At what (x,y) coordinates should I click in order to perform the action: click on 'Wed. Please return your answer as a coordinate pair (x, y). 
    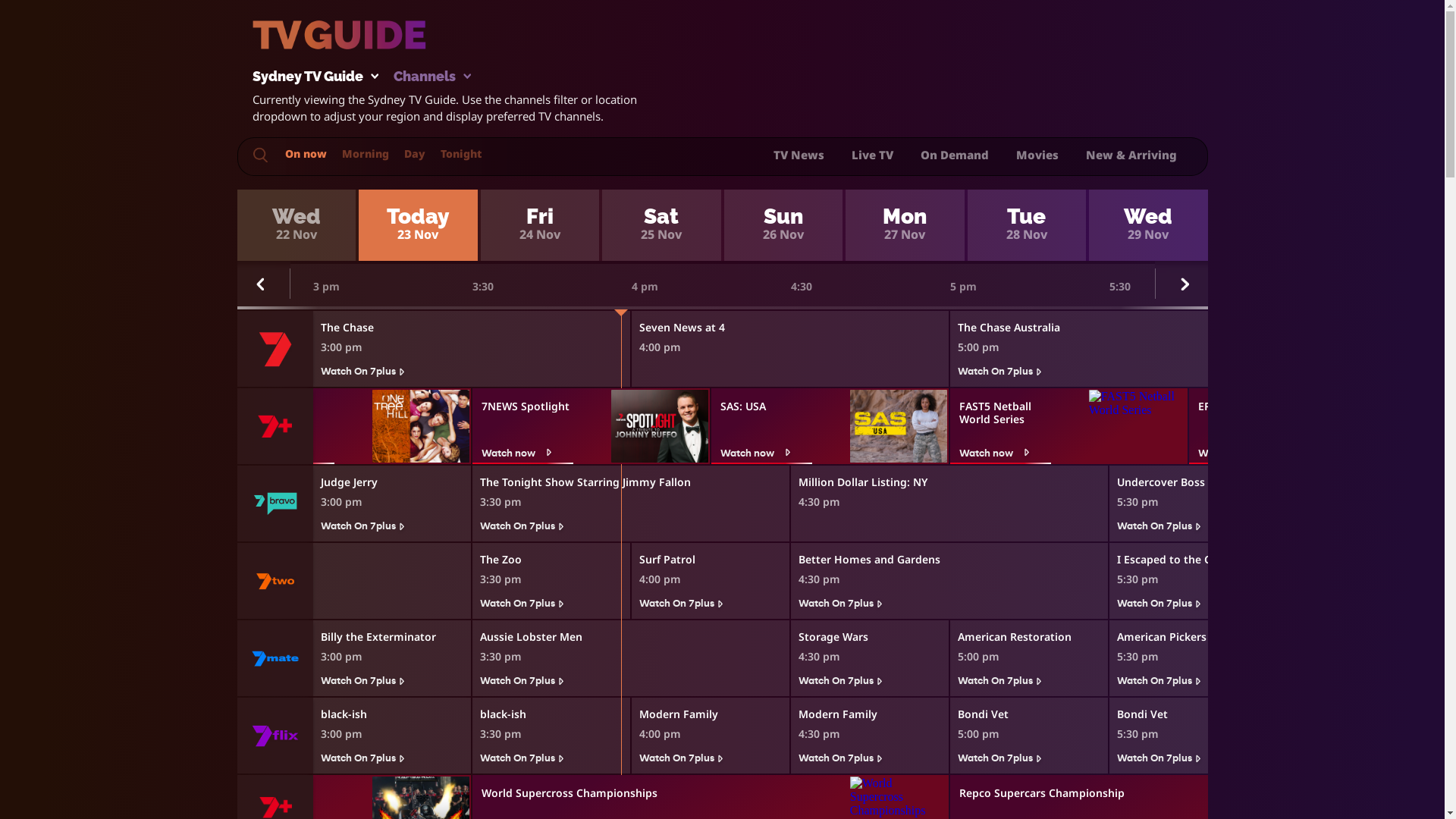
    Looking at the image, I should click on (1148, 225).